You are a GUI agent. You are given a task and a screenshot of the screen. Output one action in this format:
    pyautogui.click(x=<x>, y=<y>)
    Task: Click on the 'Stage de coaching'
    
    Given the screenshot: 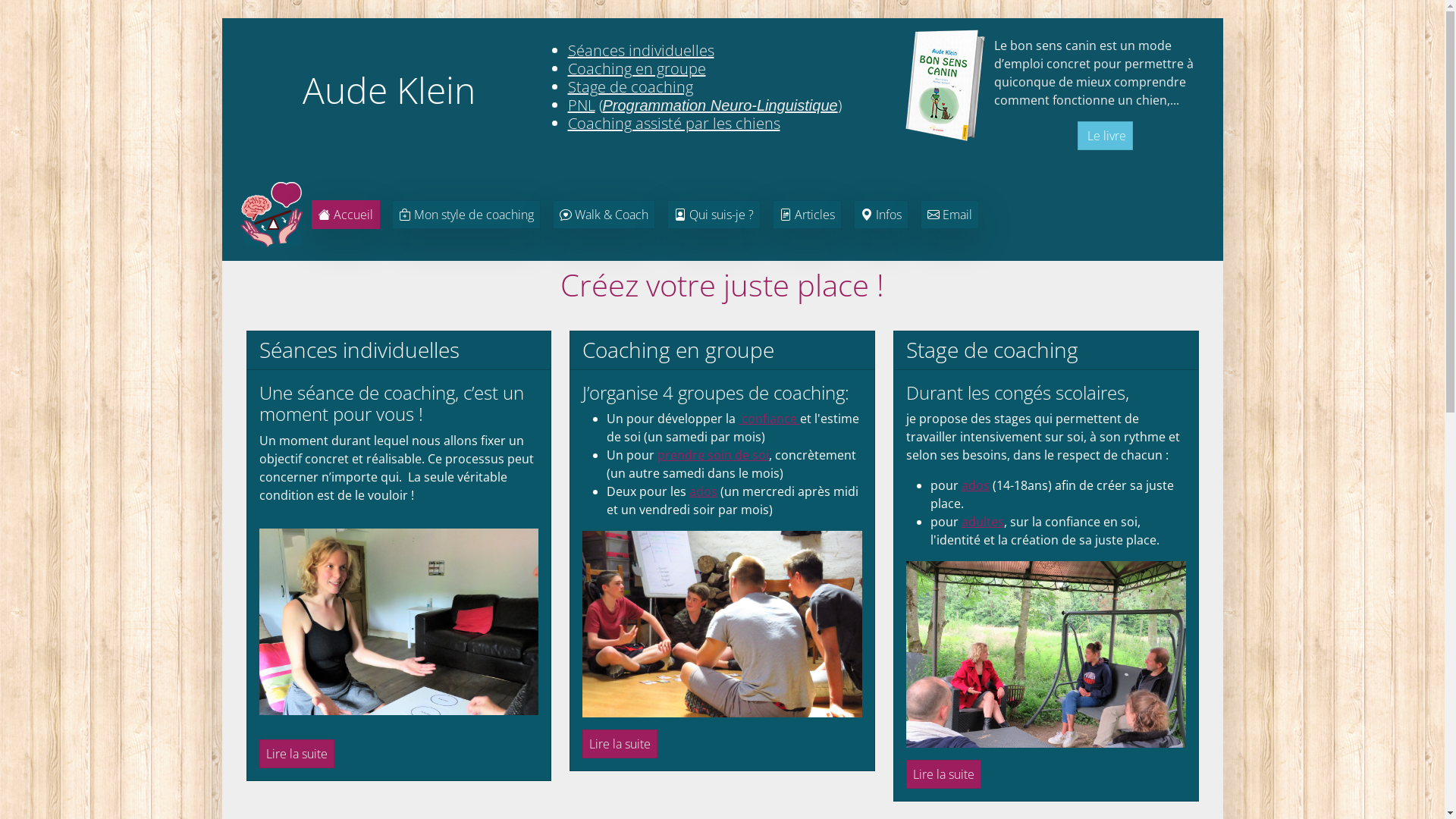 What is the action you would take?
    pyautogui.click(x=629, y=86)
    